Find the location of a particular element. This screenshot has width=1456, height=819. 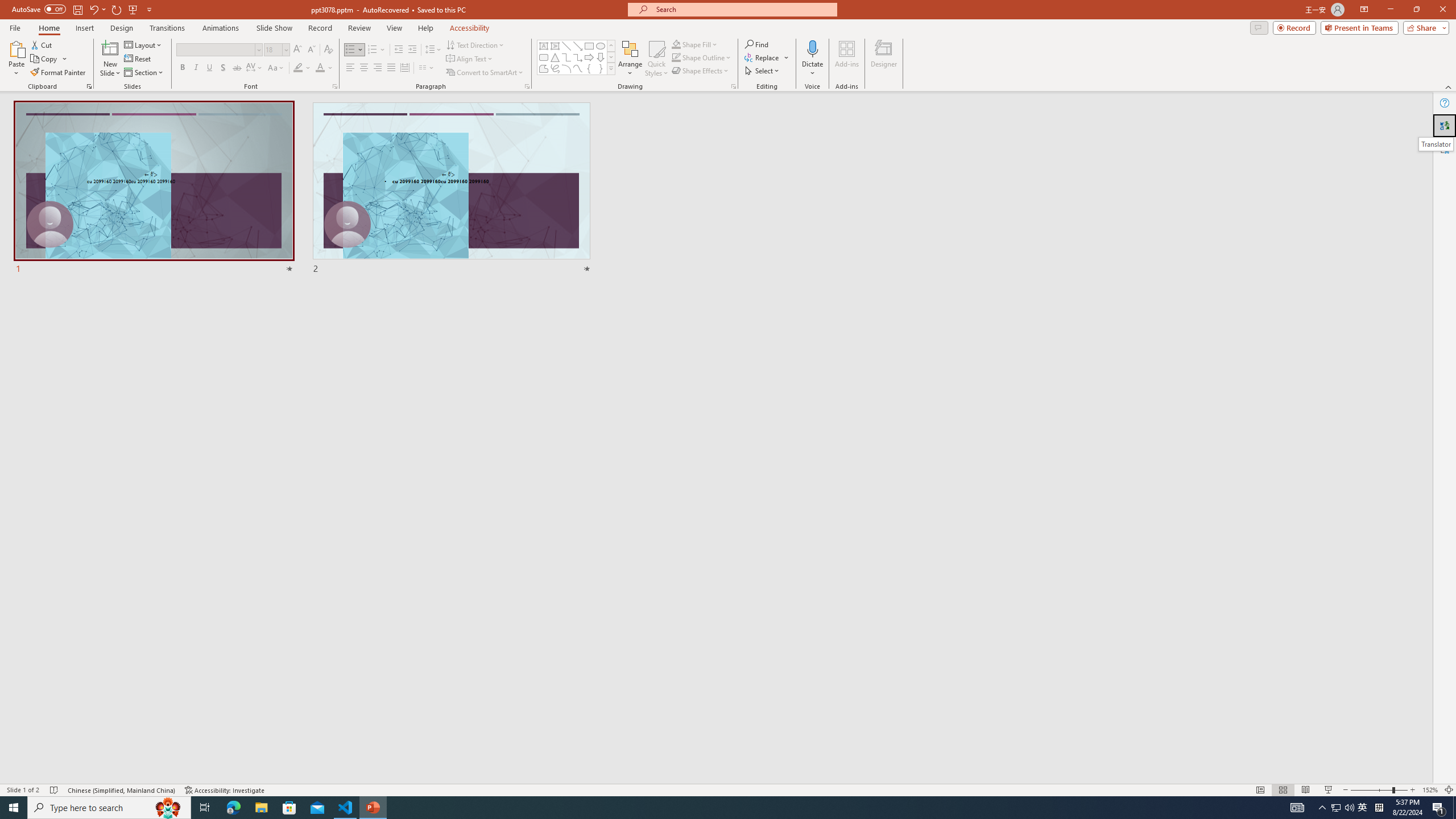

'Left Brace' is located at coordinates (589, 68).